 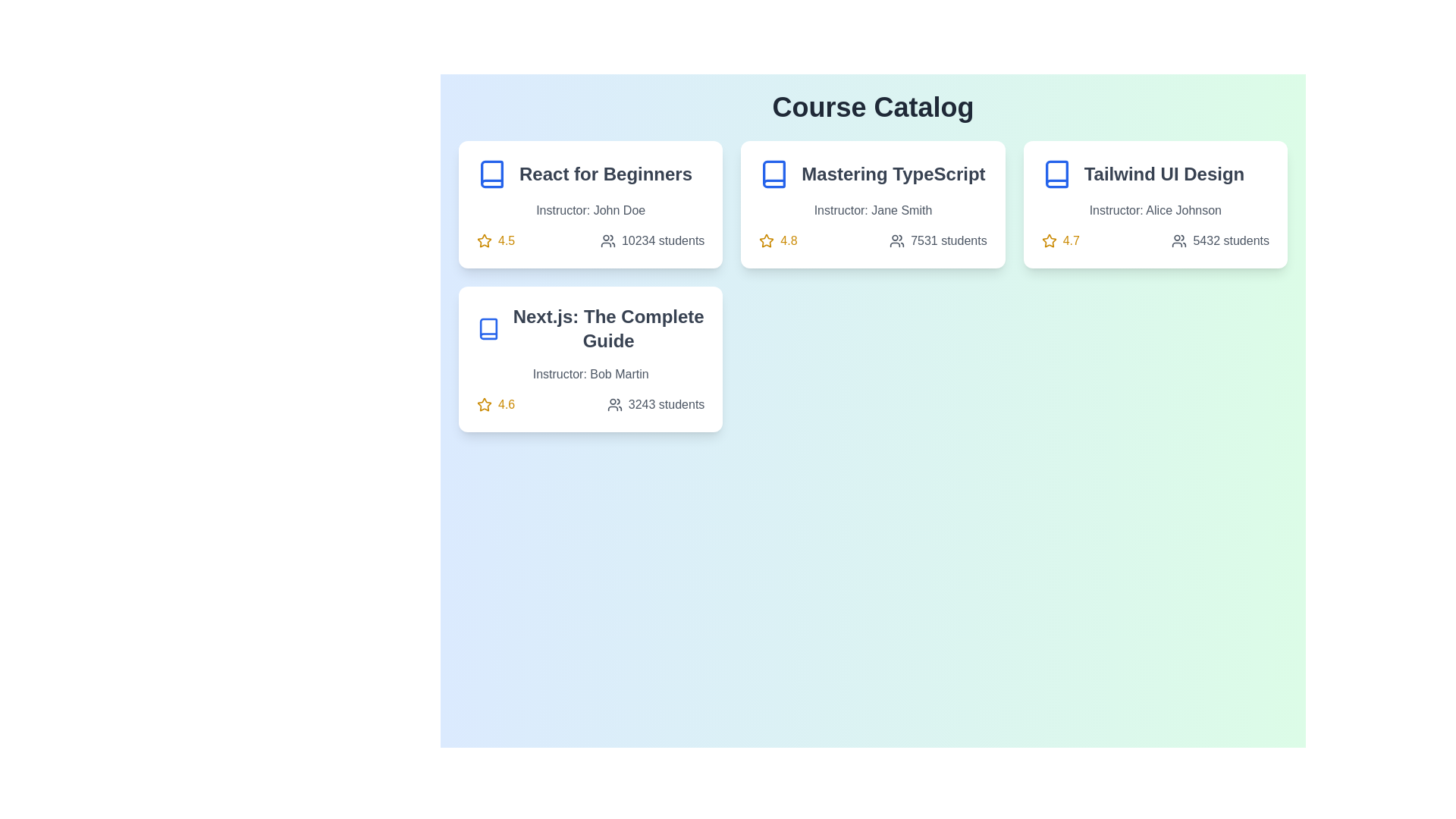 What do you see at coordinates (605, 174) in the screenshot?
I see `the text label displaying 'React for Beginners' which is styled with a large and bold font in dark gray, located in the top-left card of the grid layout` at bounding box center [605, 174].